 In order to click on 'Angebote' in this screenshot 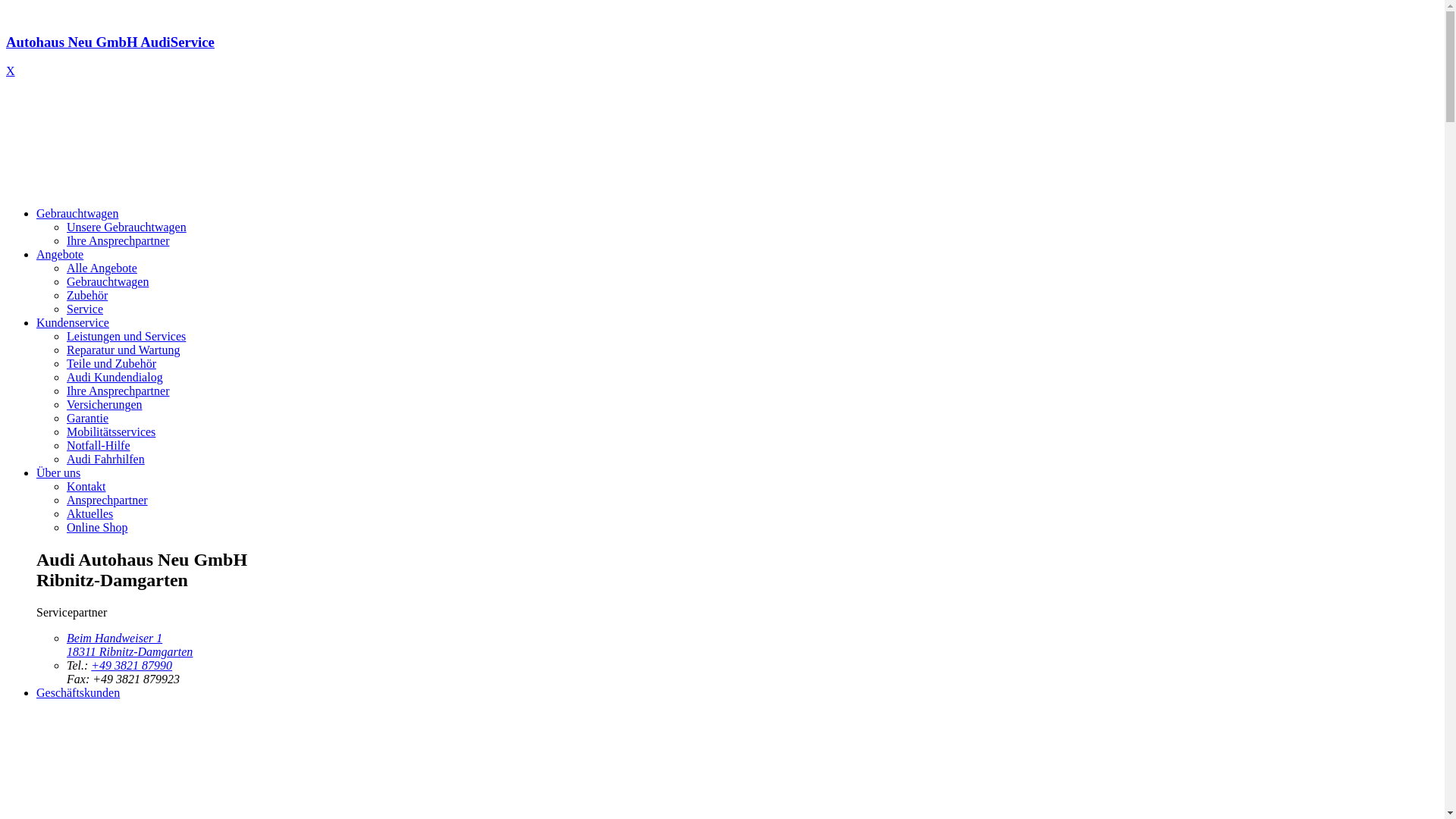, I will do `click(36, 253)`.